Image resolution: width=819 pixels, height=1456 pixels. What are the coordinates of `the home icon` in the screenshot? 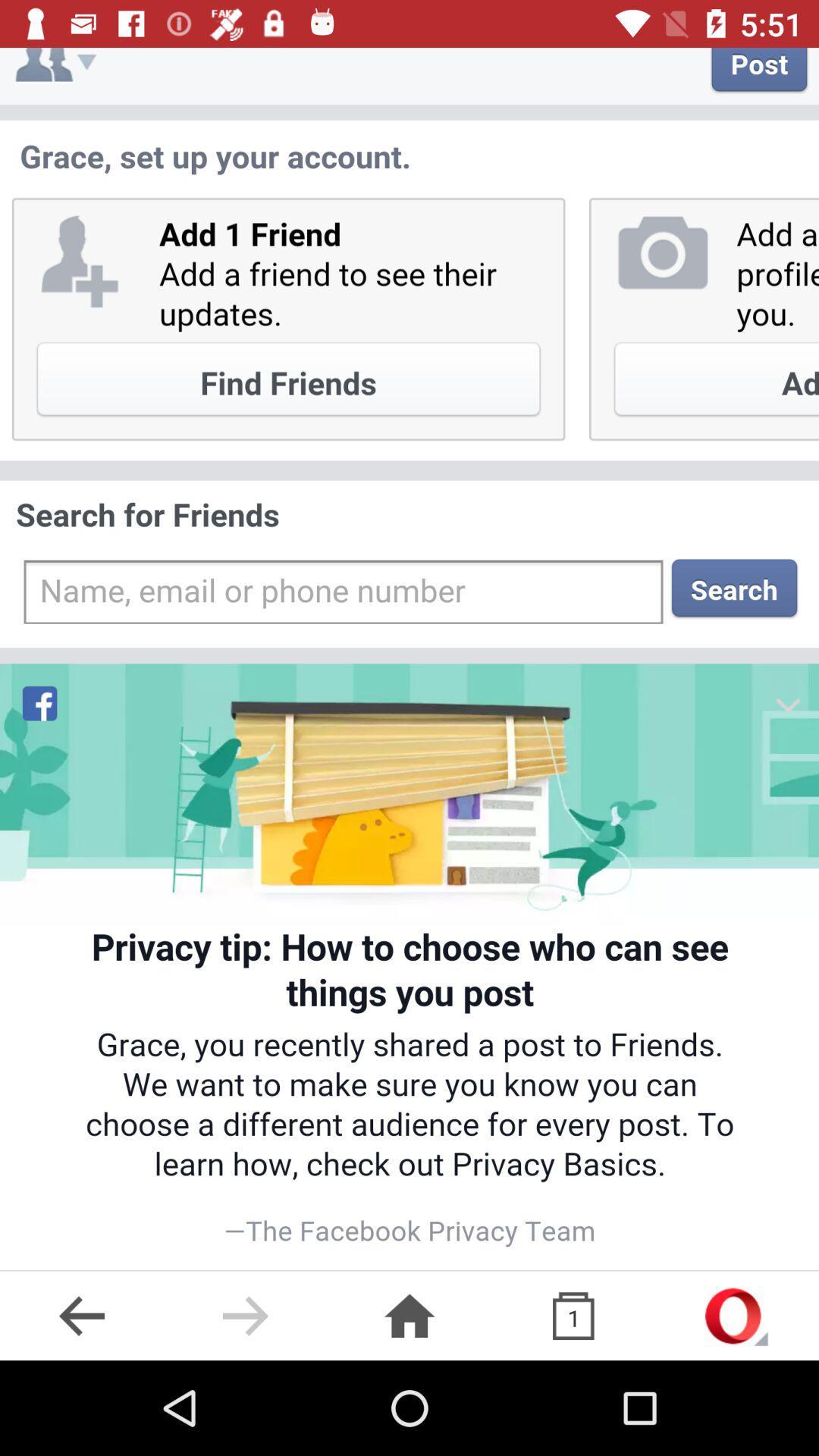 It's located at (409, 1315).